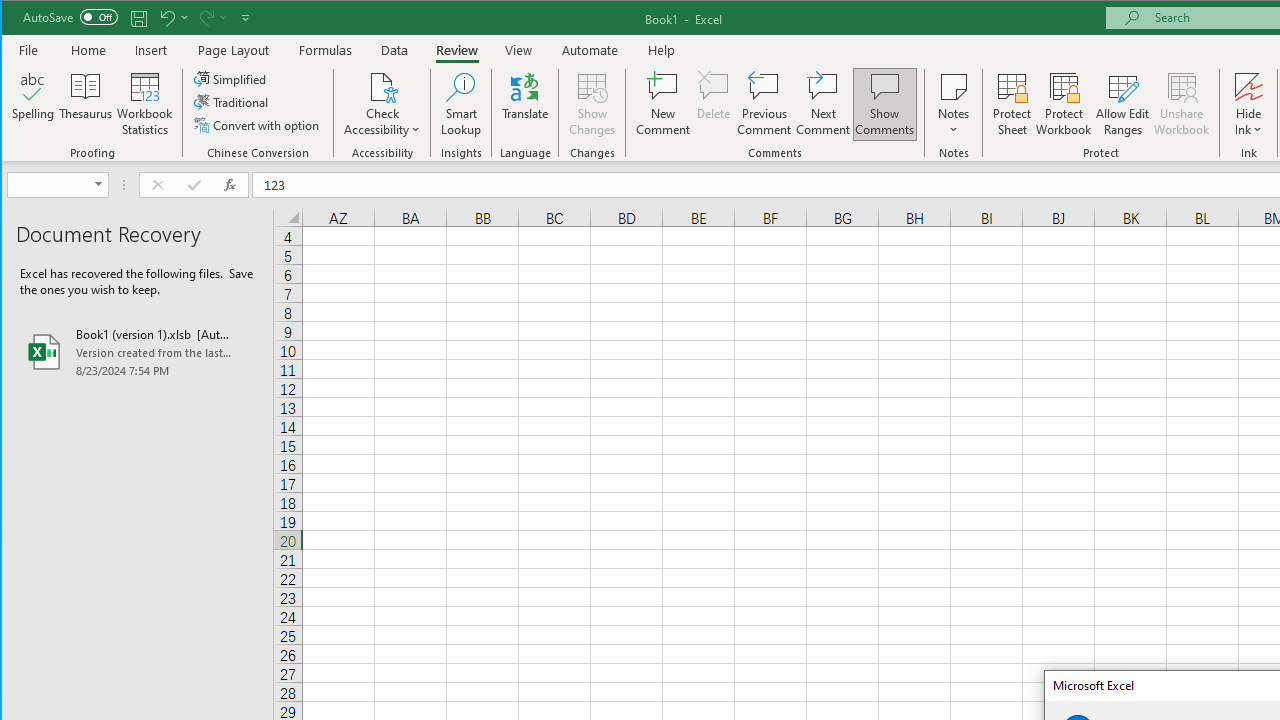 The height and width of the screenshot is (720, 1280). I want to click on 'Quick Access Toolbar', so click(137, 18).